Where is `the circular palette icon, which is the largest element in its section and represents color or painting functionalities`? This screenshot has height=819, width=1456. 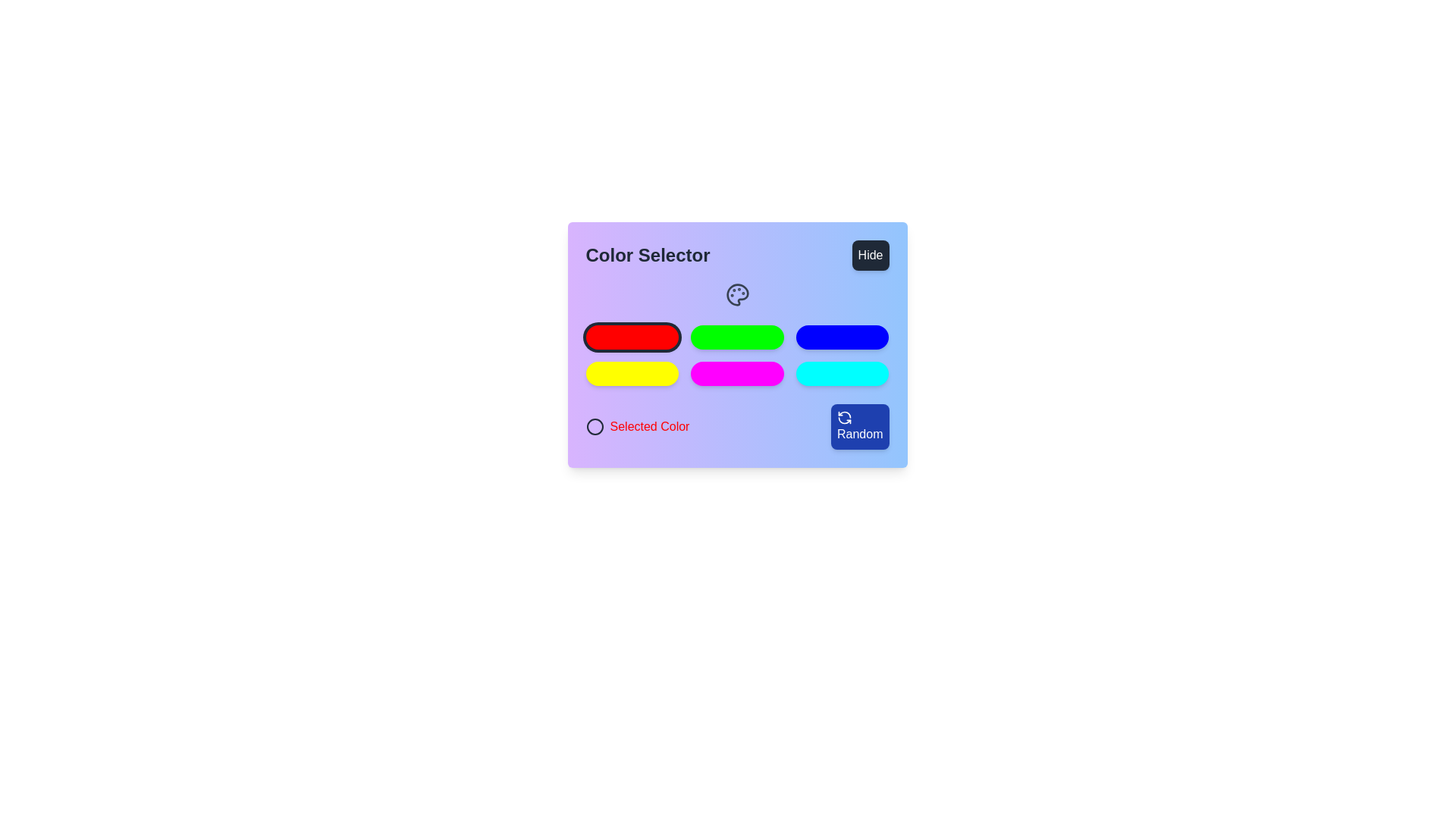
the circular palette icon, which is the largest element in its section and represents color or painting functionalities is located at coordinates (737, 295).